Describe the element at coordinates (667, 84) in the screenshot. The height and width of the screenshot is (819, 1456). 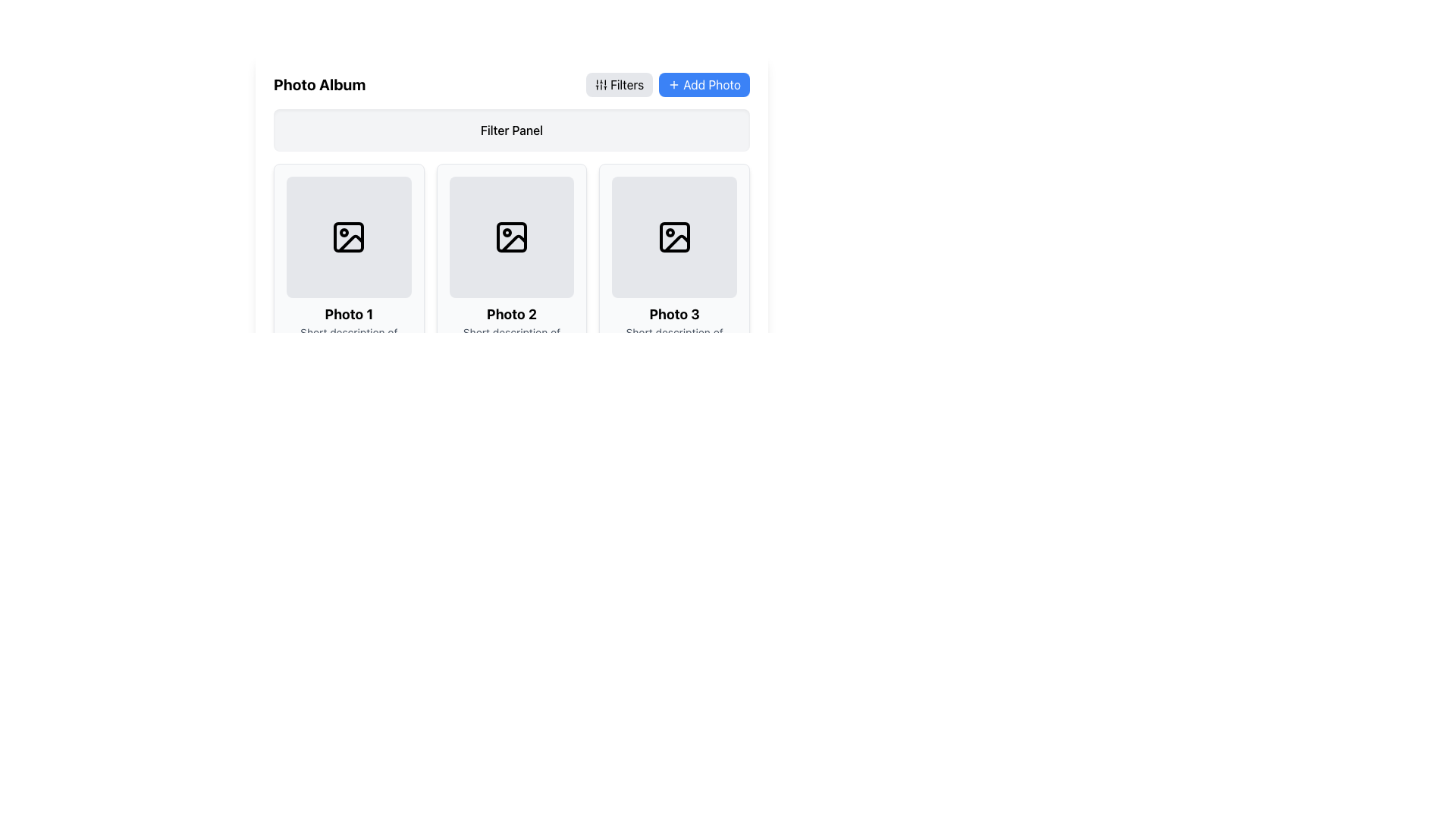
I see `the 'Add Photo' button located in the top-right section of the 'Photo Album' bar to upload a photo` at that location.